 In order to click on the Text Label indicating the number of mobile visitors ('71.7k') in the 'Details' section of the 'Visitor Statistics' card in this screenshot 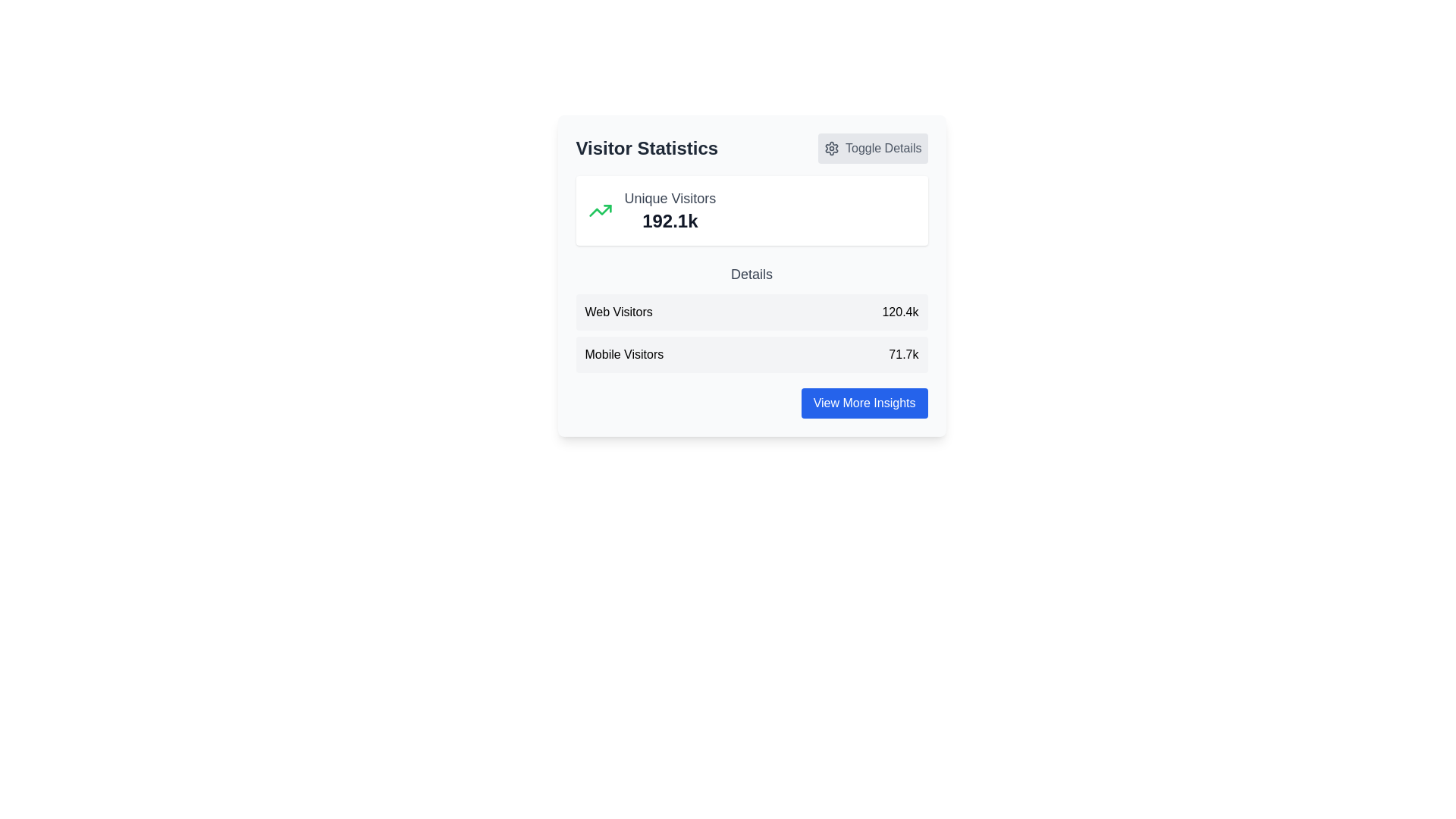, I will do `click(624, 354)`.